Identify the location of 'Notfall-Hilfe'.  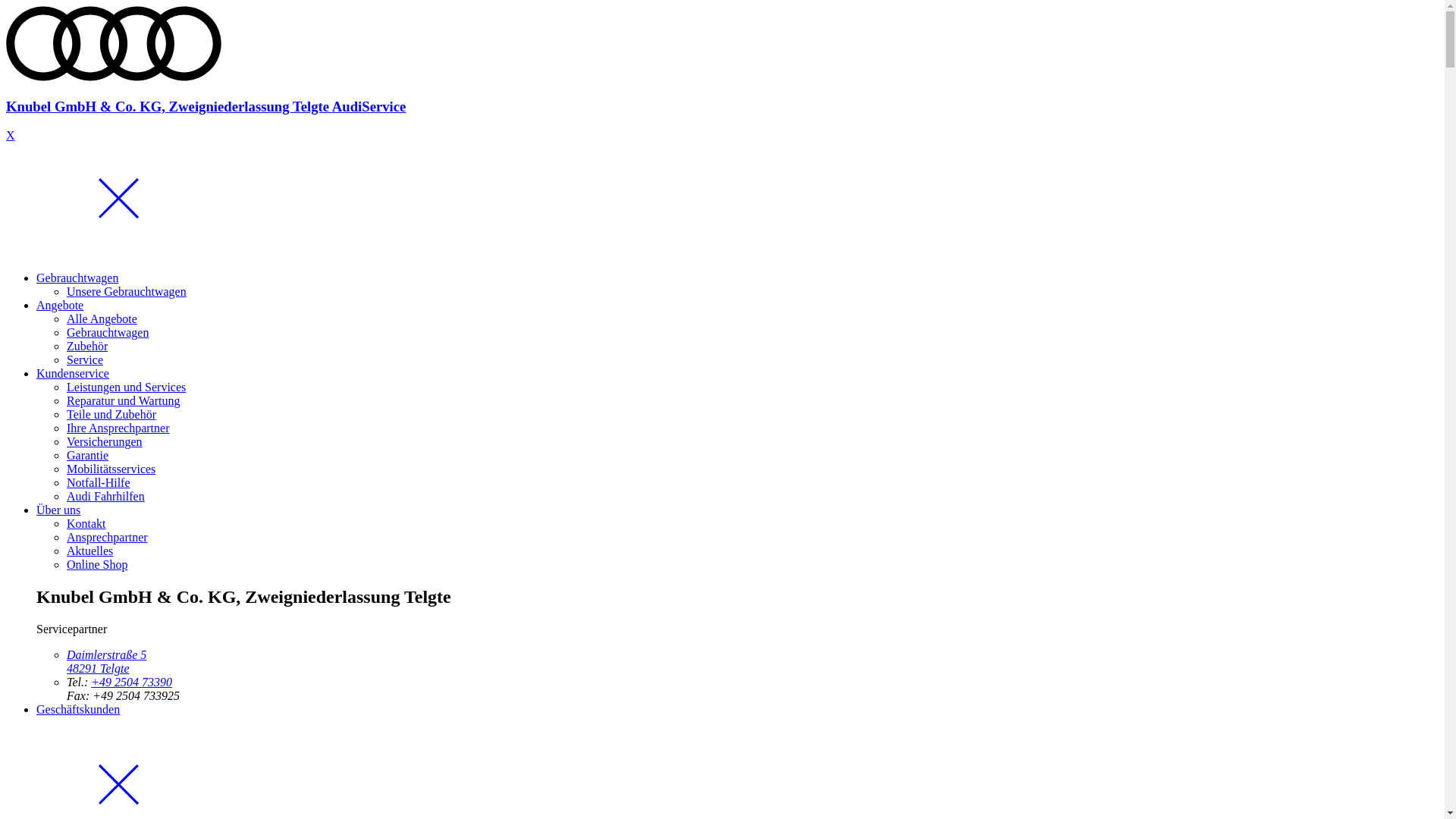
(65, 482).